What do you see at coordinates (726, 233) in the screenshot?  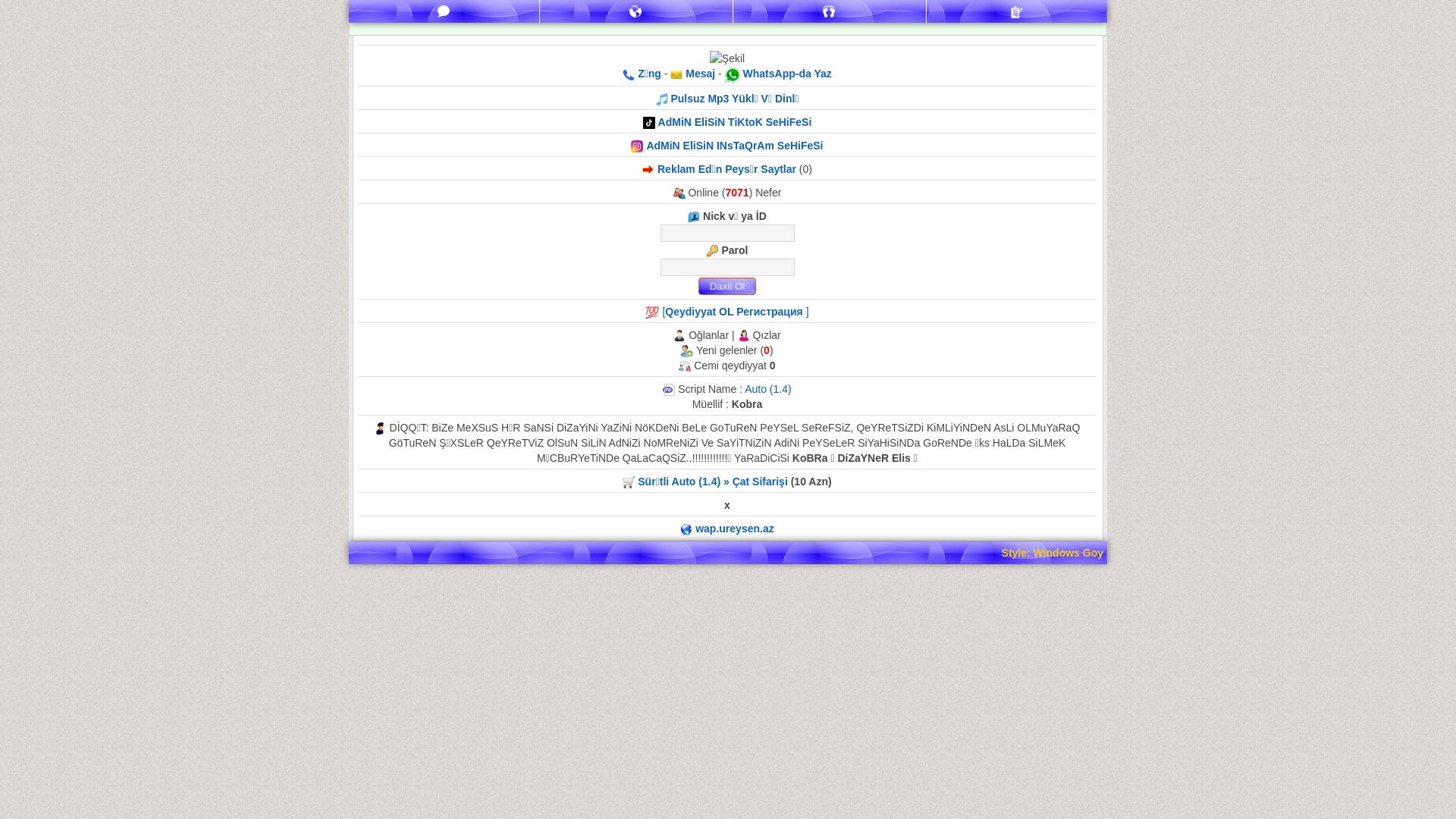 I see `'nick'` at bounding box center [726, 233].